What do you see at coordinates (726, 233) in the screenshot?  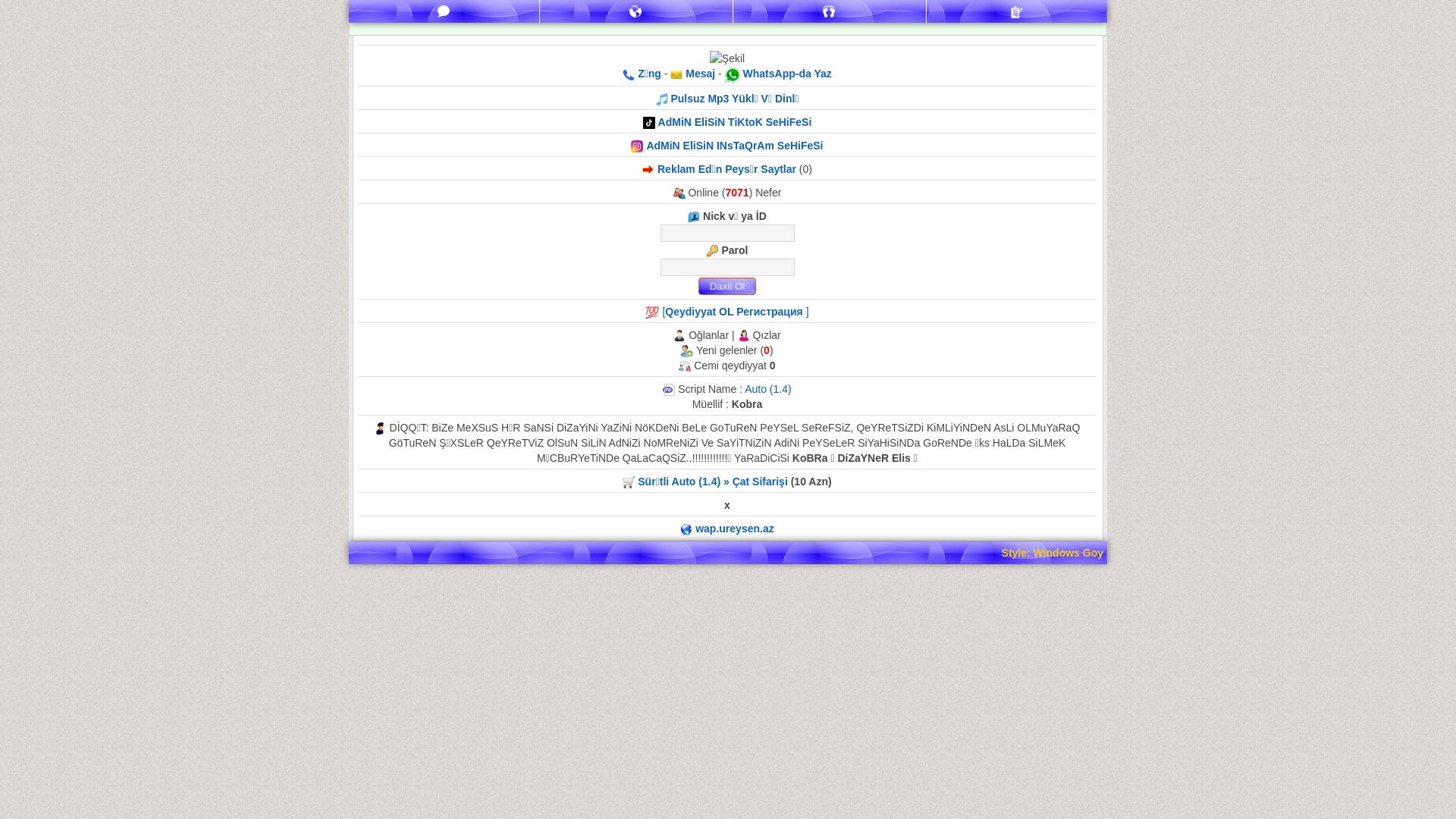 I see `'nick'` at bounding box center [726, 233].